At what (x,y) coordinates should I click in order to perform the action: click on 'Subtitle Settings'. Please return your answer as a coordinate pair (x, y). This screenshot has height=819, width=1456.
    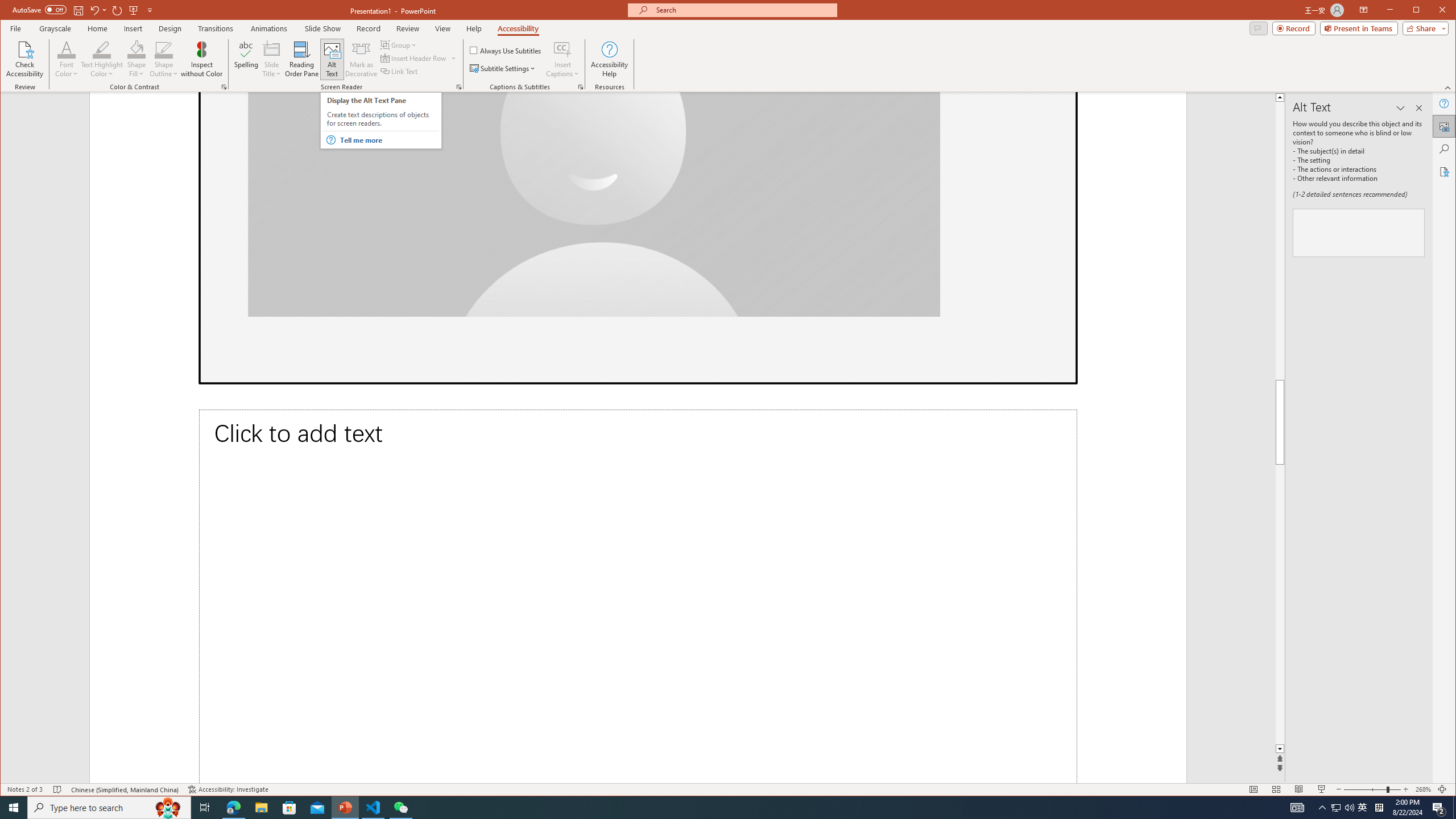
    Looking at the image, I should click on (503, 68).